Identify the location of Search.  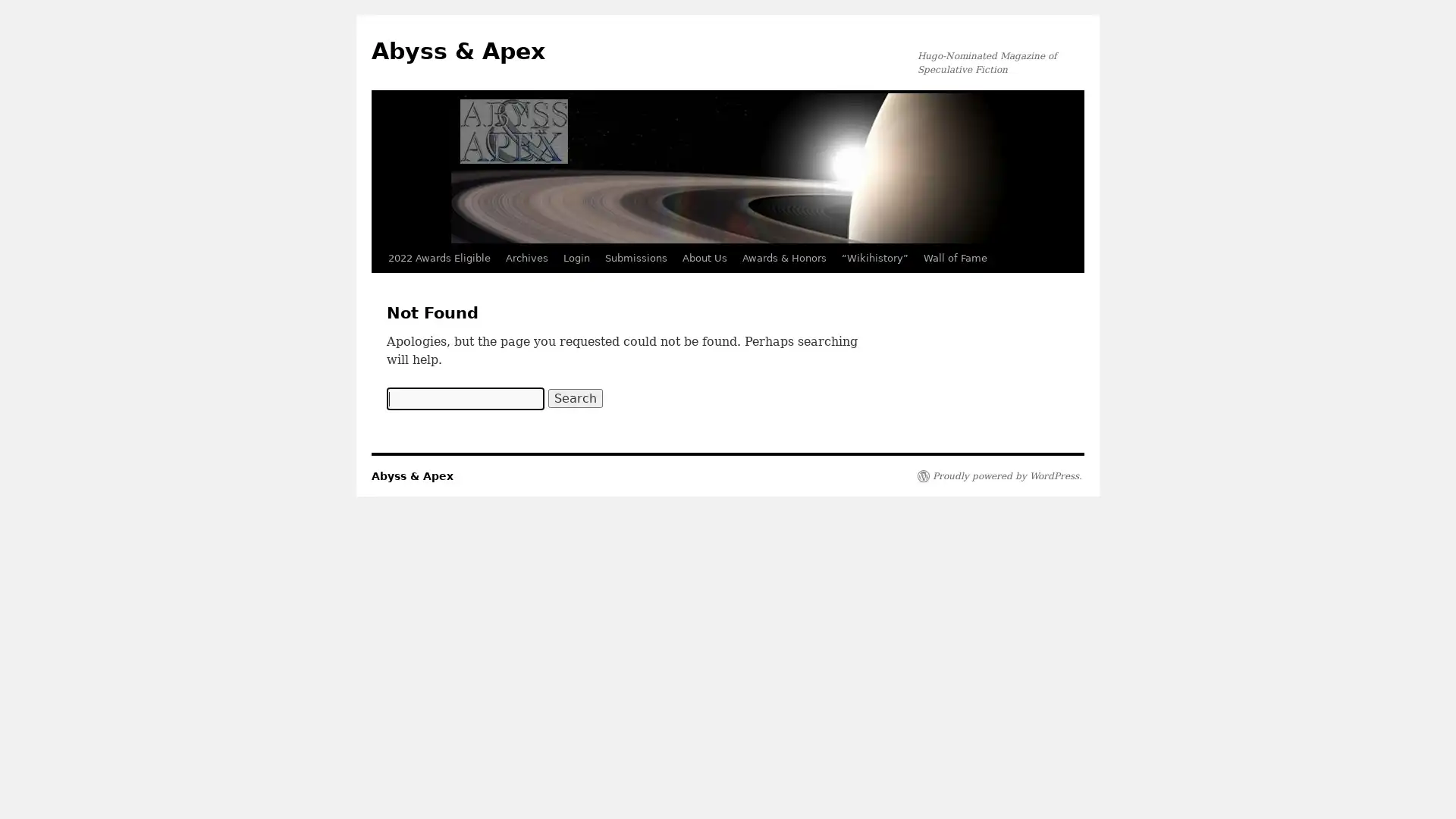
(574, 397).